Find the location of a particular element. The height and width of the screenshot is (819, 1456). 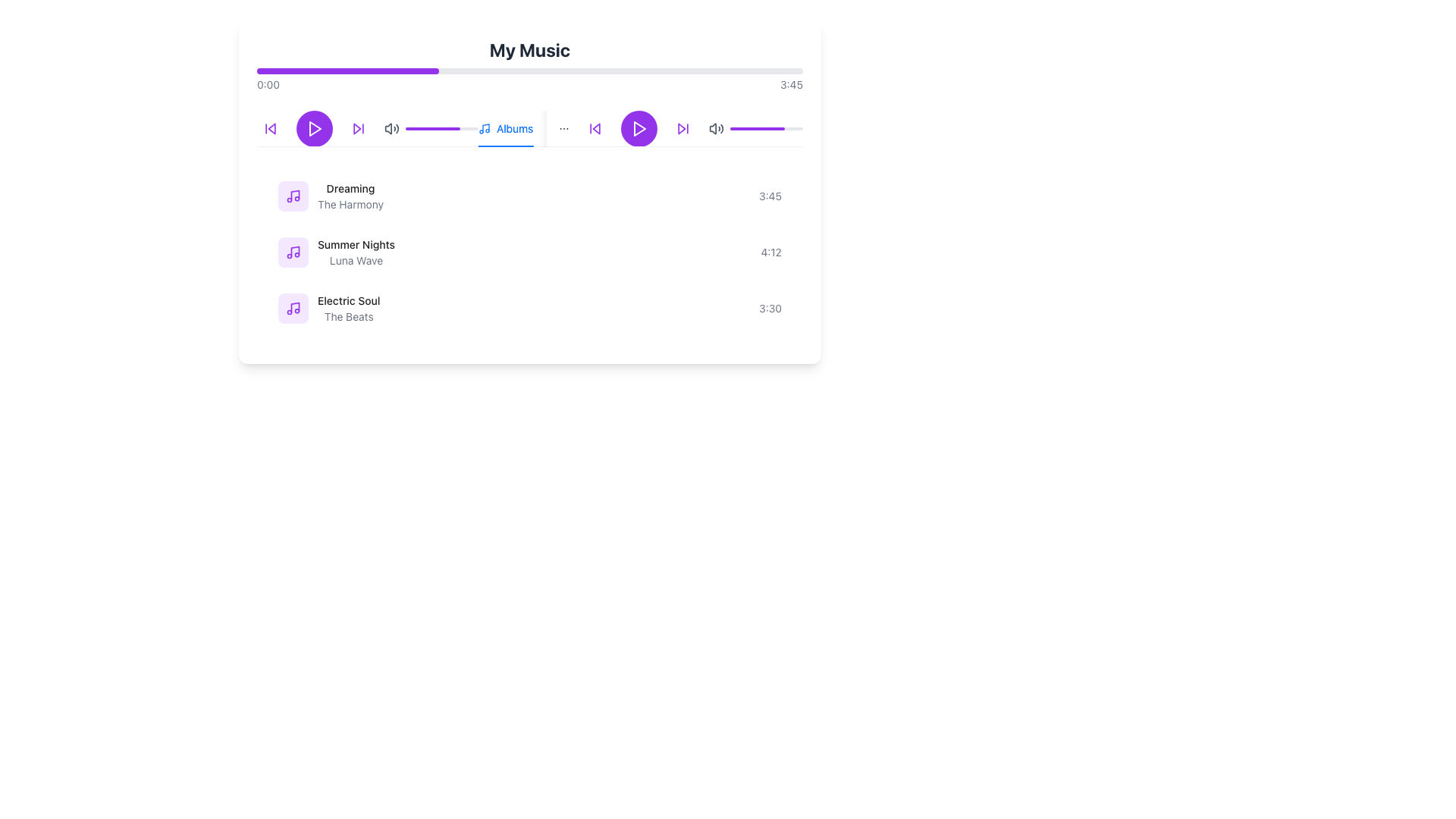

the triangular play icon within the rounded square button that is centrally located in the top of the interface is located at coordinates (640, 127).